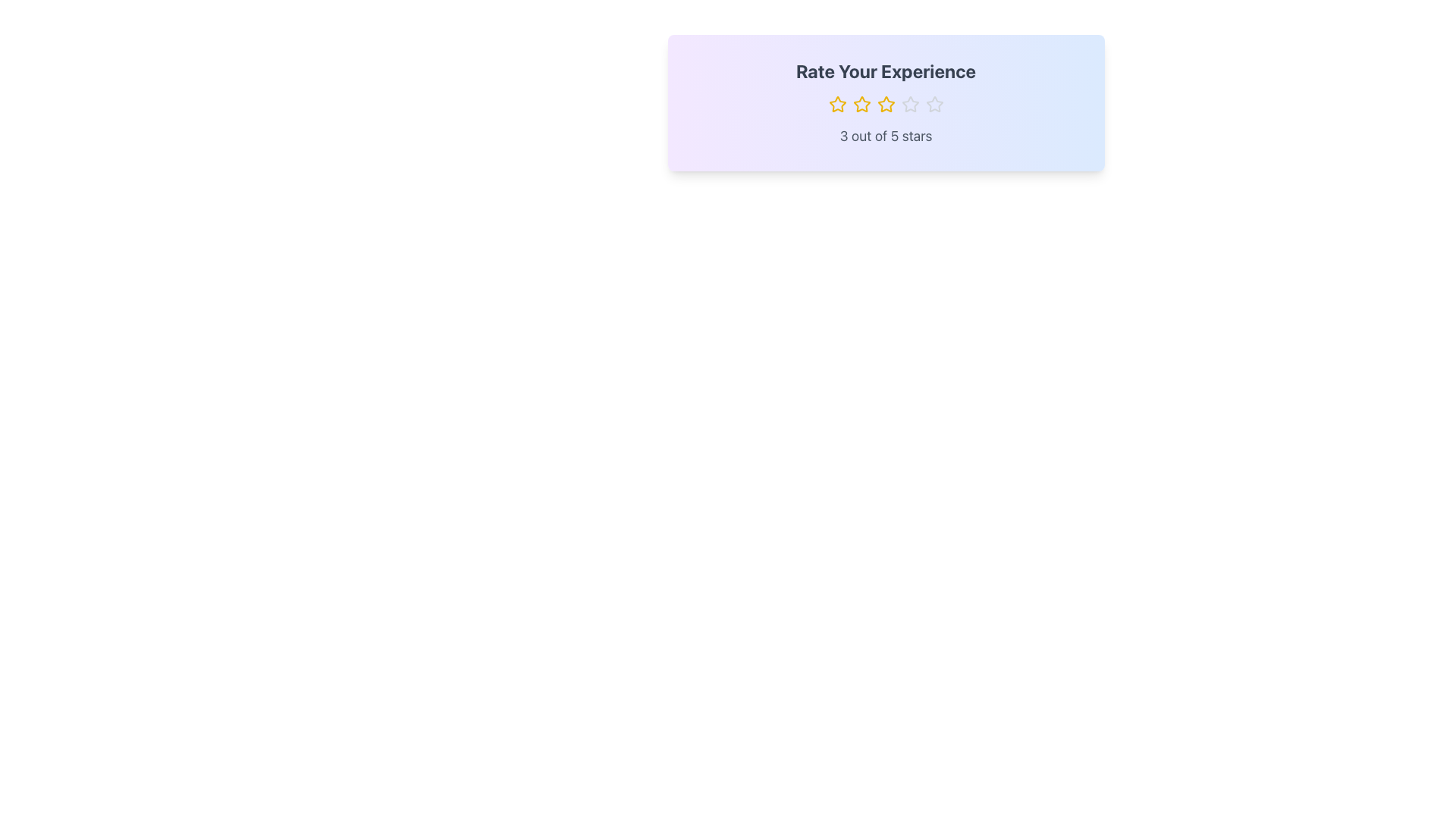 Image resolution: width=1456 pixels, height=819 pixels. I want to click on the golden five-pointed star icon with a hollow middle, so click(836, 104).